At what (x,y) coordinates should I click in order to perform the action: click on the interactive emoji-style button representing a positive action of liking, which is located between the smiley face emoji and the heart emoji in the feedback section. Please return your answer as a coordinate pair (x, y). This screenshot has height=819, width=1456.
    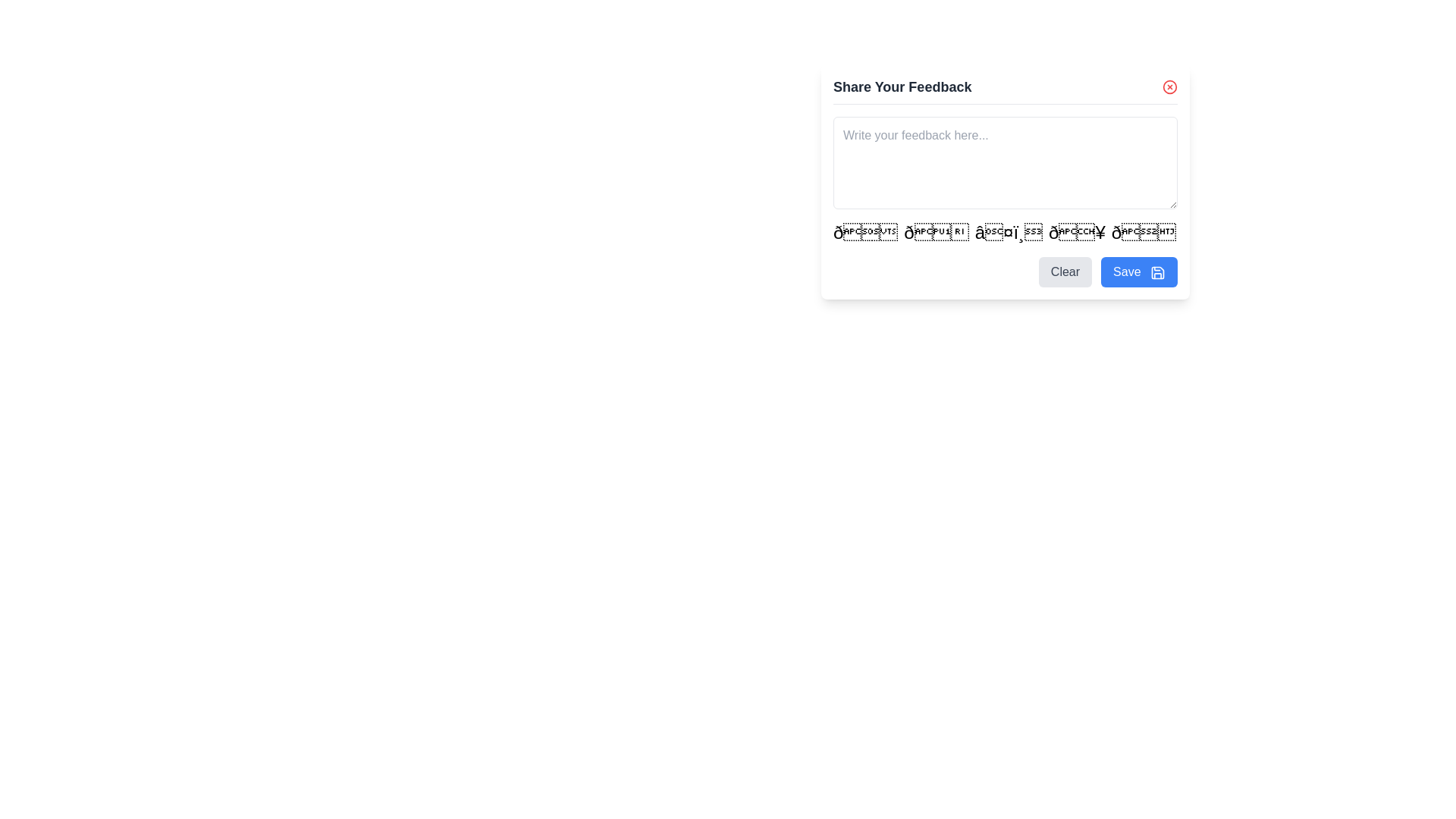
    Looking at the image, I should click on (935, 233).